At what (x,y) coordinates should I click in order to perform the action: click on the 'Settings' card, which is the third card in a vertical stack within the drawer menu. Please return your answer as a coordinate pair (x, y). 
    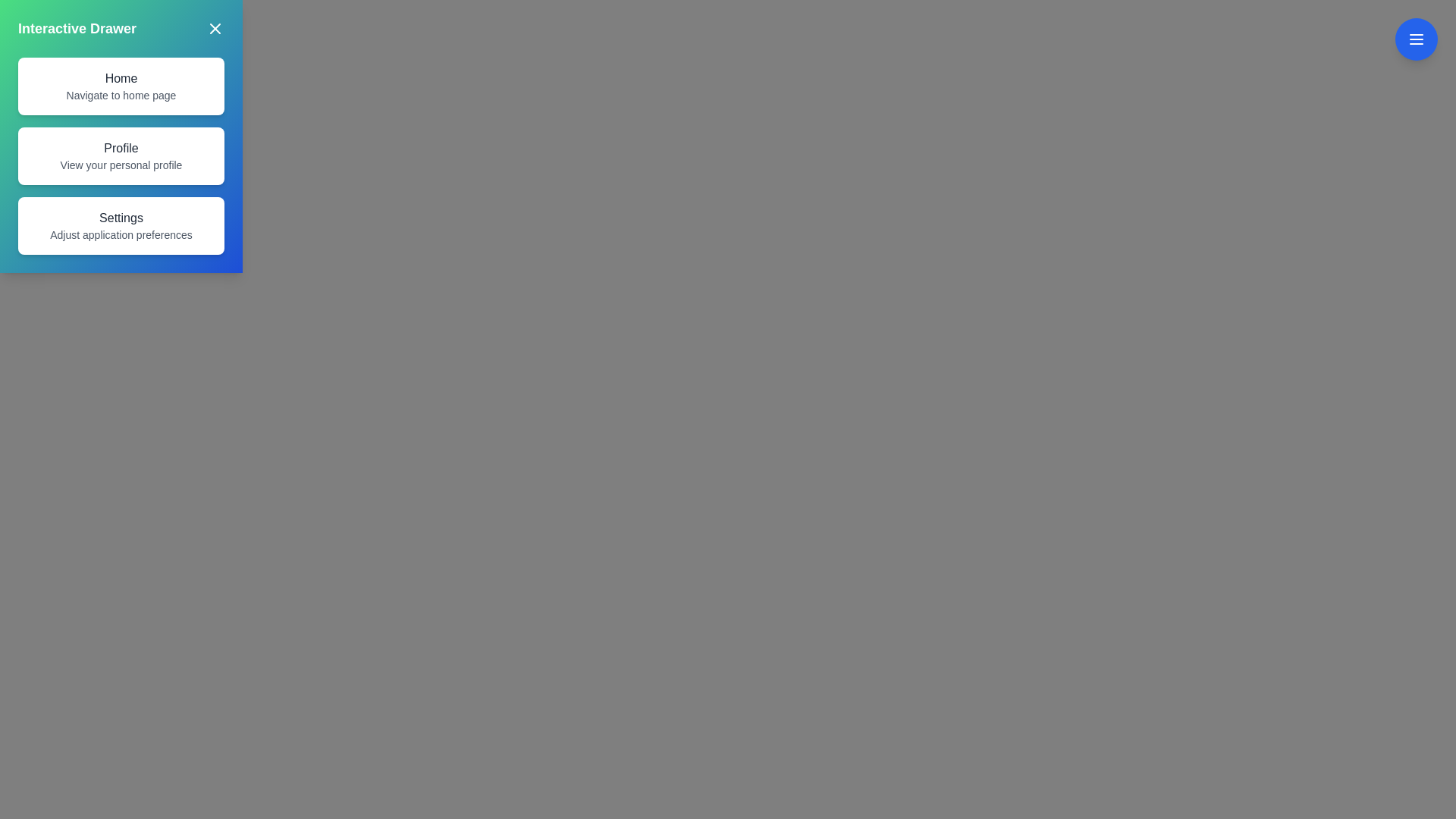
    Looking at the image, I should click on (120, 225).